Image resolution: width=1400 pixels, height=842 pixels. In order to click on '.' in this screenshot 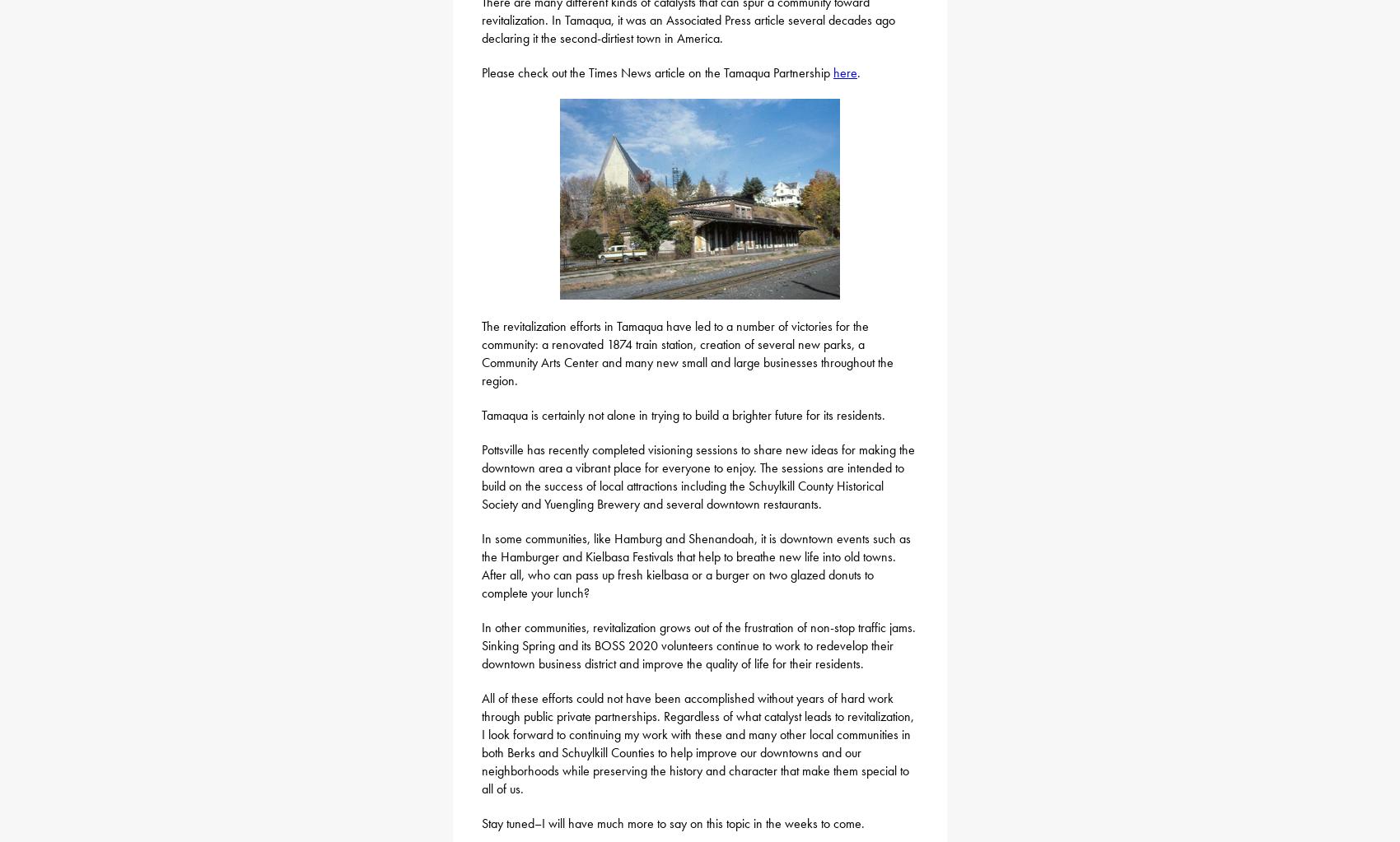, I will do `click(857, 72)`.